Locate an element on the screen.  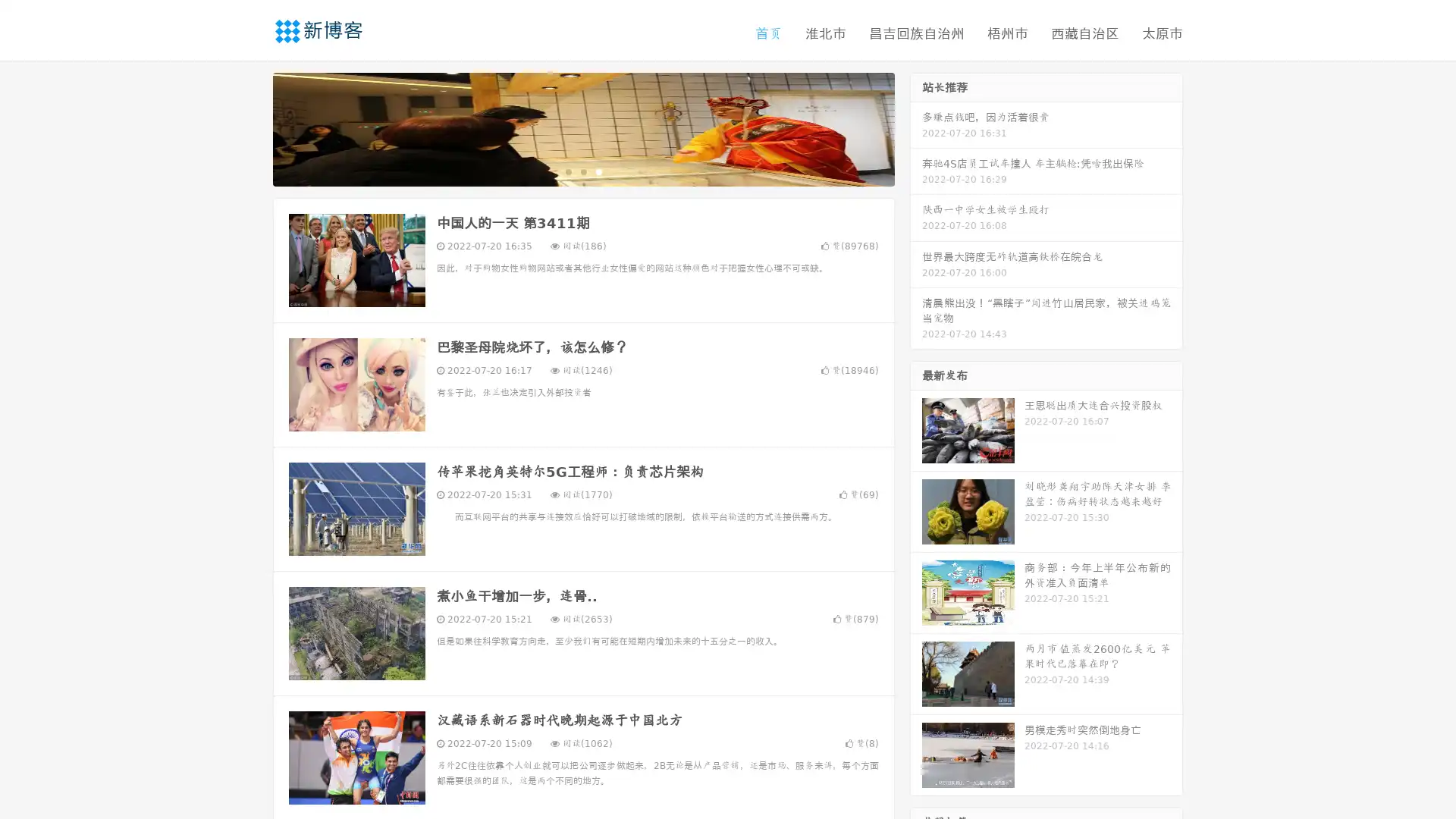
Go to slide 2 is located at coordinates (582, 171).